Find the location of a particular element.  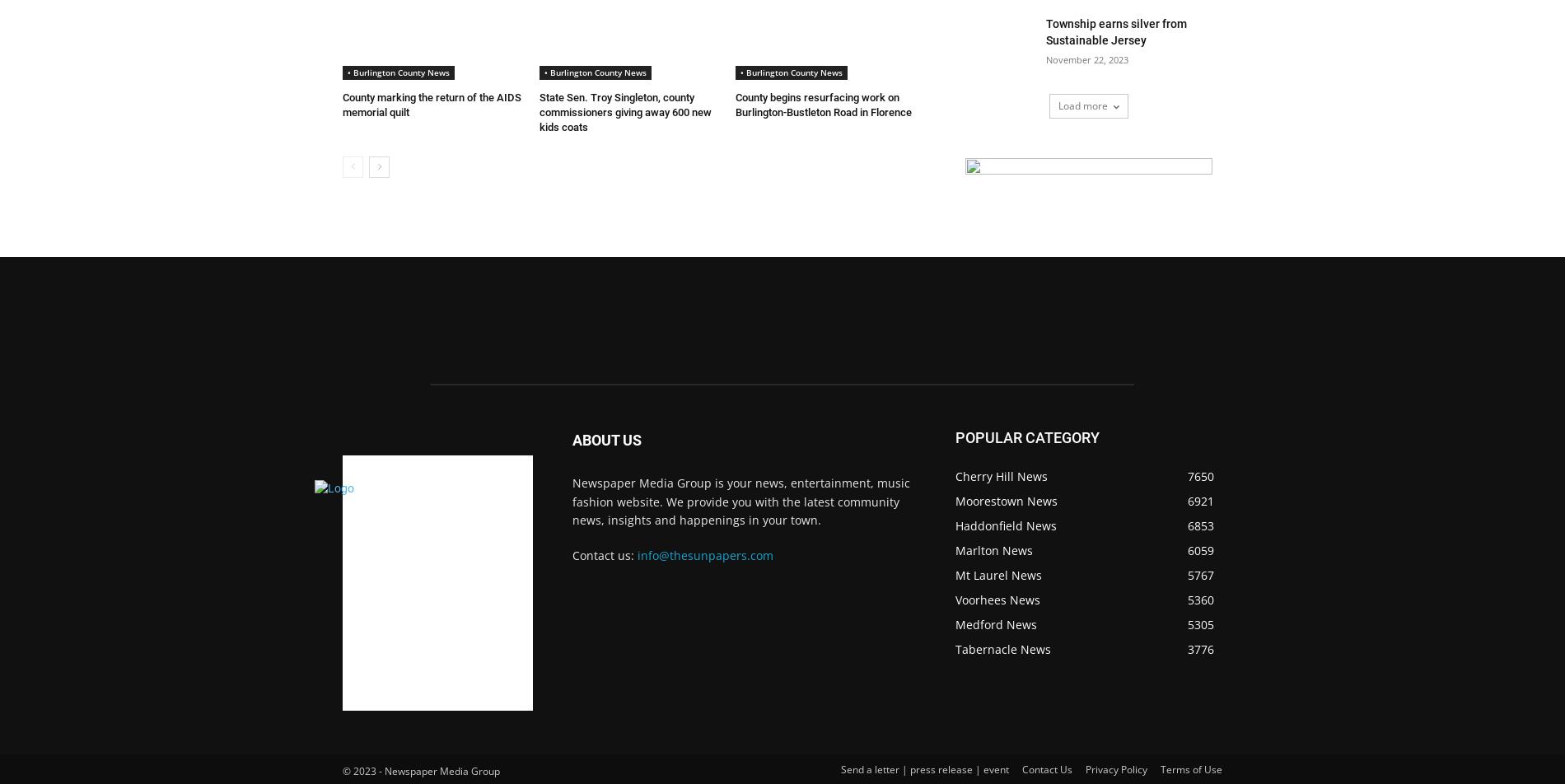

'Haddonfield News' is located at coordinates (1005, 525).